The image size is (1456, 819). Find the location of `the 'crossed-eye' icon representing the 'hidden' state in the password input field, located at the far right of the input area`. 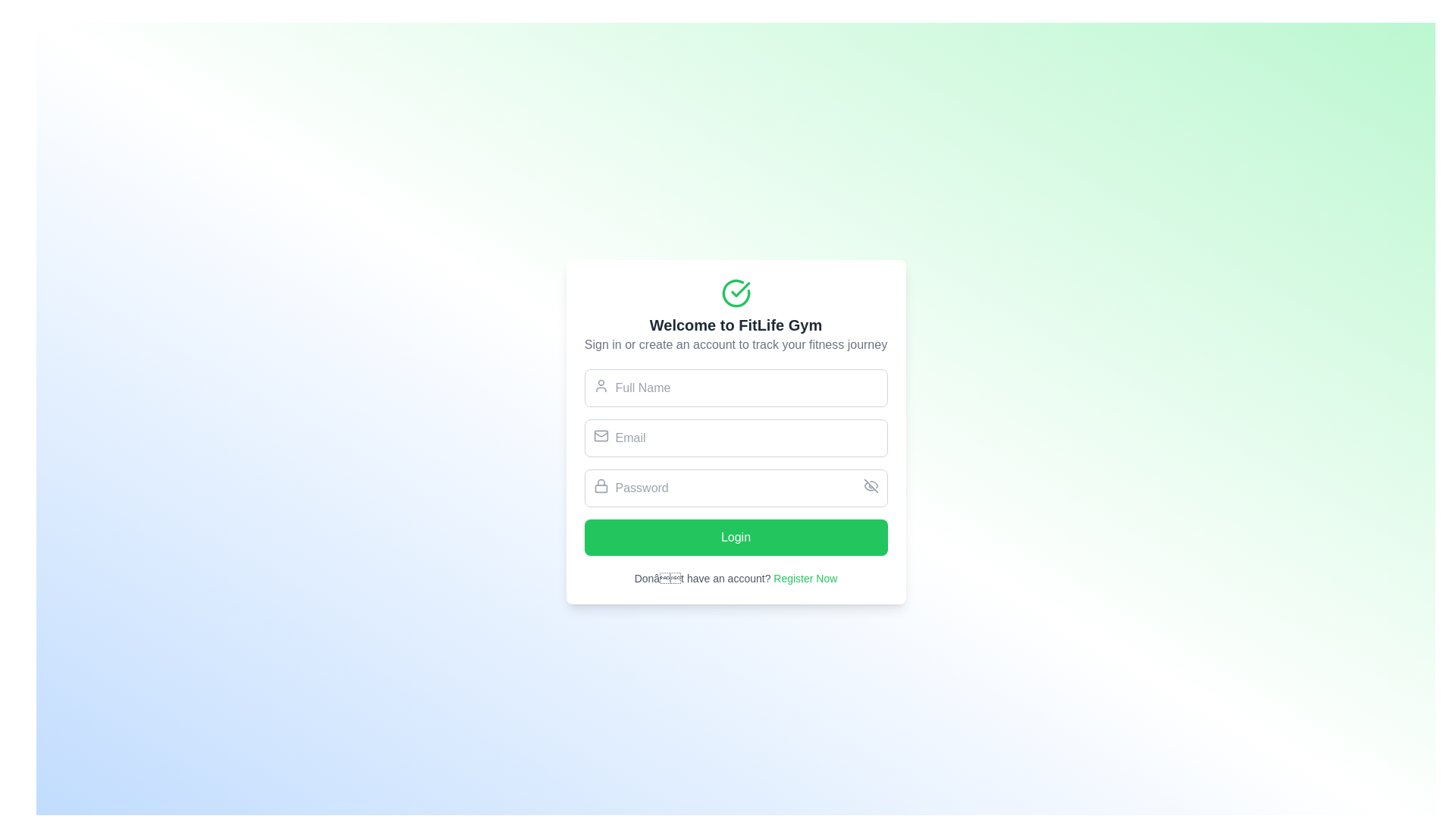

the 'crossed-eye' icon representing the 'hidden' state in the password input field, located at the far right of the input area is located at coordinates (871, 485).